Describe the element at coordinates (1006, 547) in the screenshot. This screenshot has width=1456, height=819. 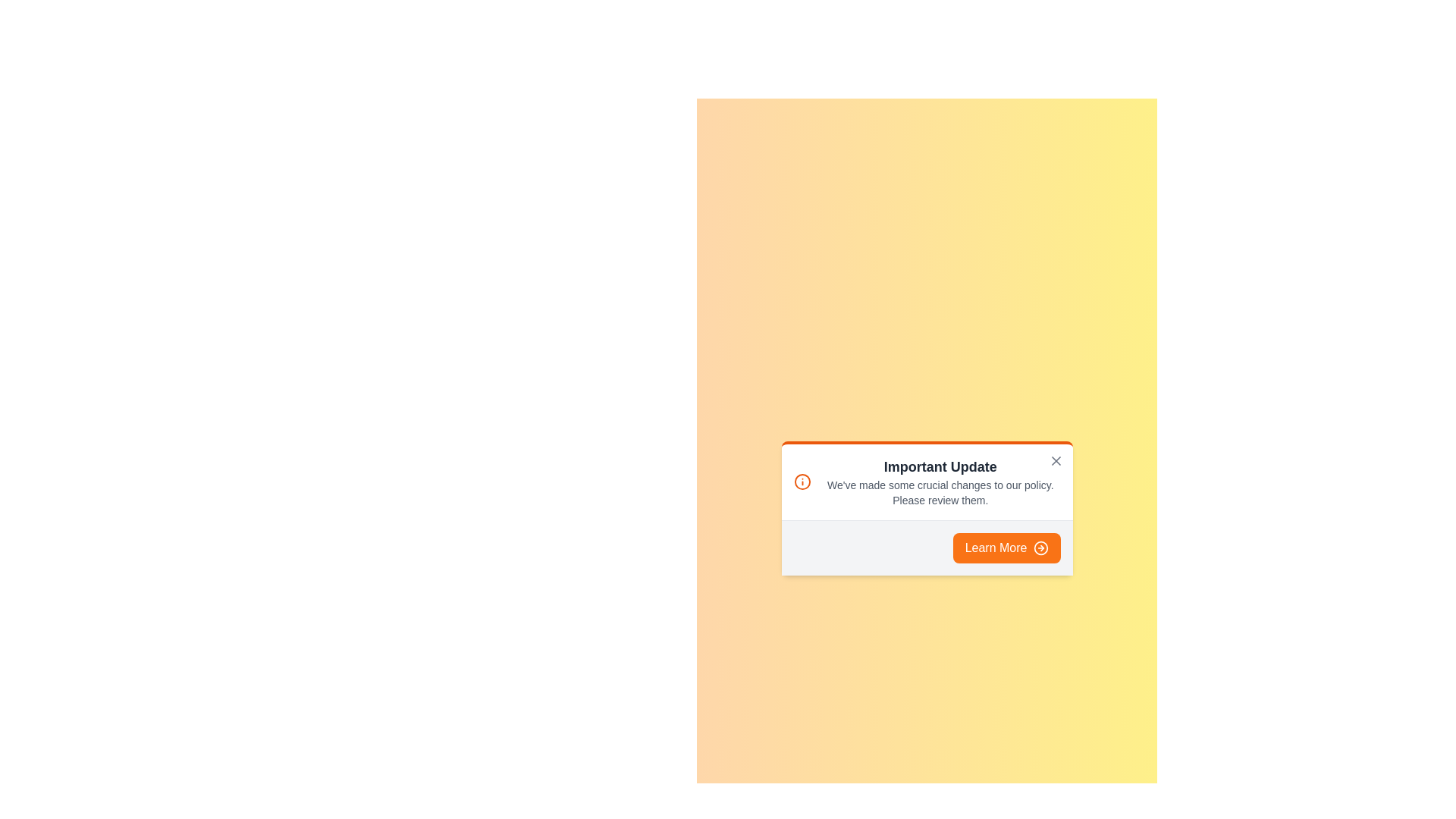
I see `the 'Learn More' button to trigger the redirection action` at that location.